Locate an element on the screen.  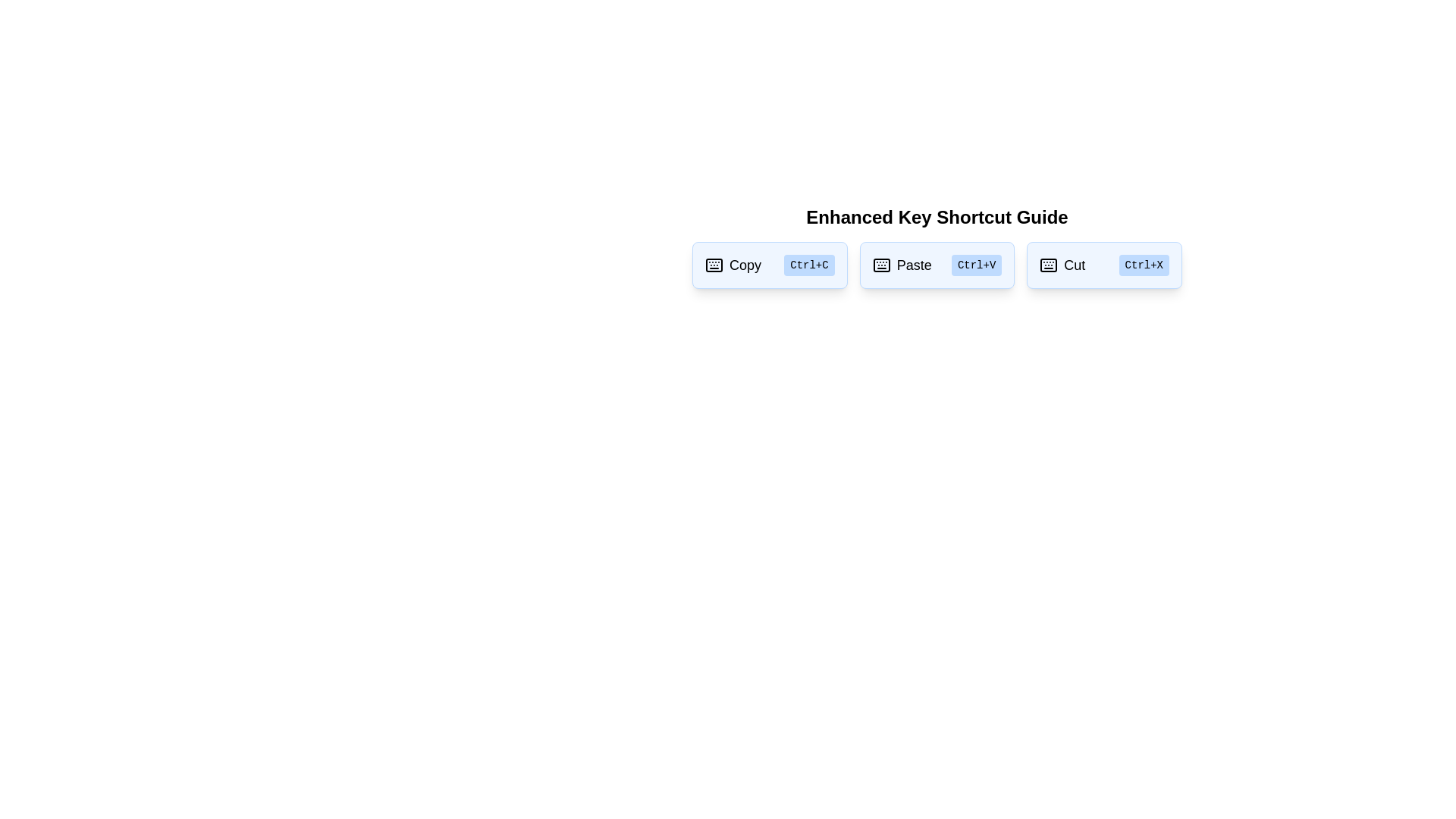
the Paste Label or Text Indicator, which is the second item in the row labeled 'Copy', 'Paste', and 'Cut', located between the 'Copy' and 'Cut' elements, providing a visual cue for pasting functionality is located at coordinates (913, 265).